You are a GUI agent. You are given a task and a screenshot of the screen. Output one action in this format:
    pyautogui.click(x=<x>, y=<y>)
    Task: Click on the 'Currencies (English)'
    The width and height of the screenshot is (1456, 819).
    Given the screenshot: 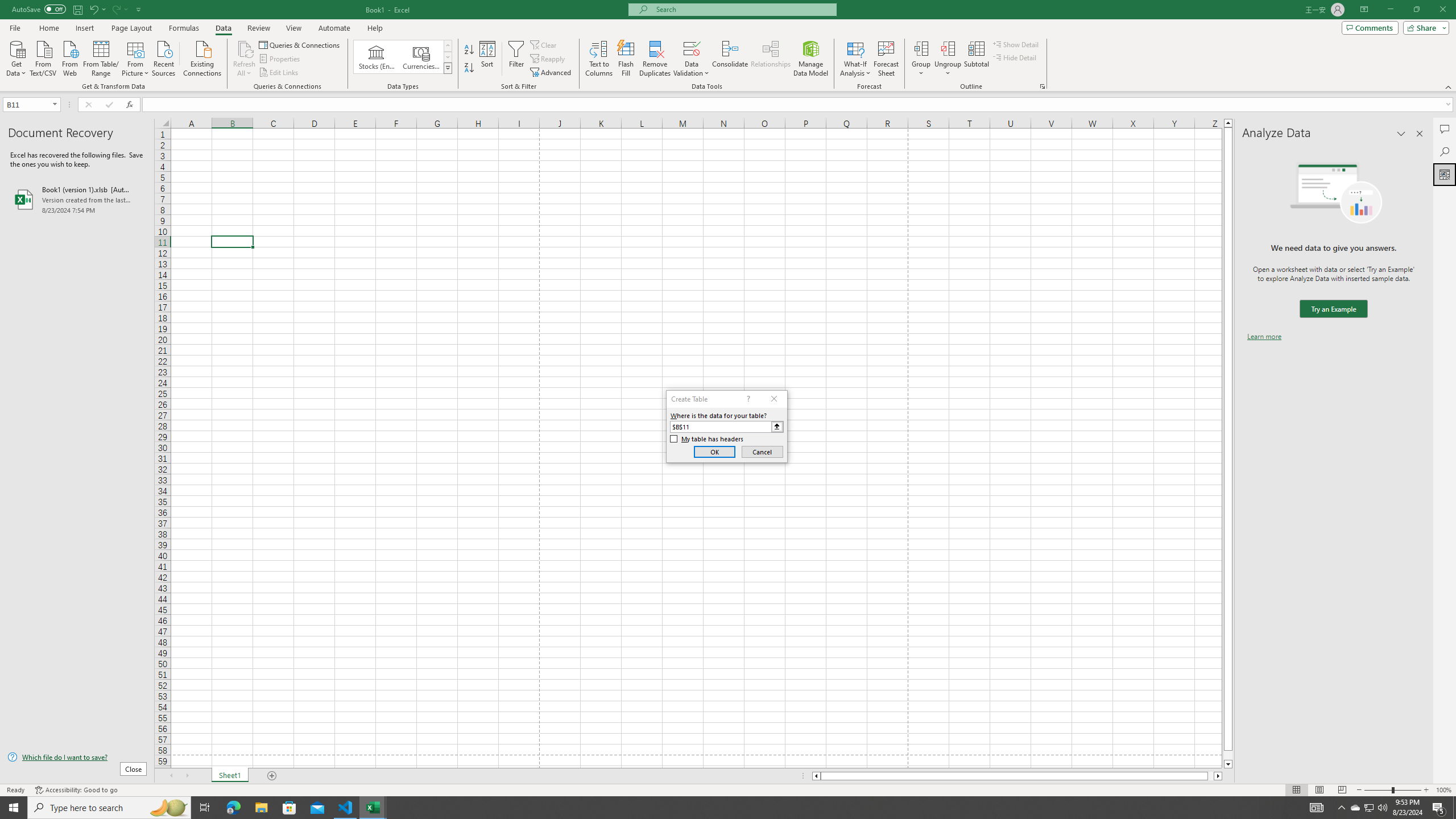 What is the action you would take?
    pyautogui.click(x=420, y=56)
    